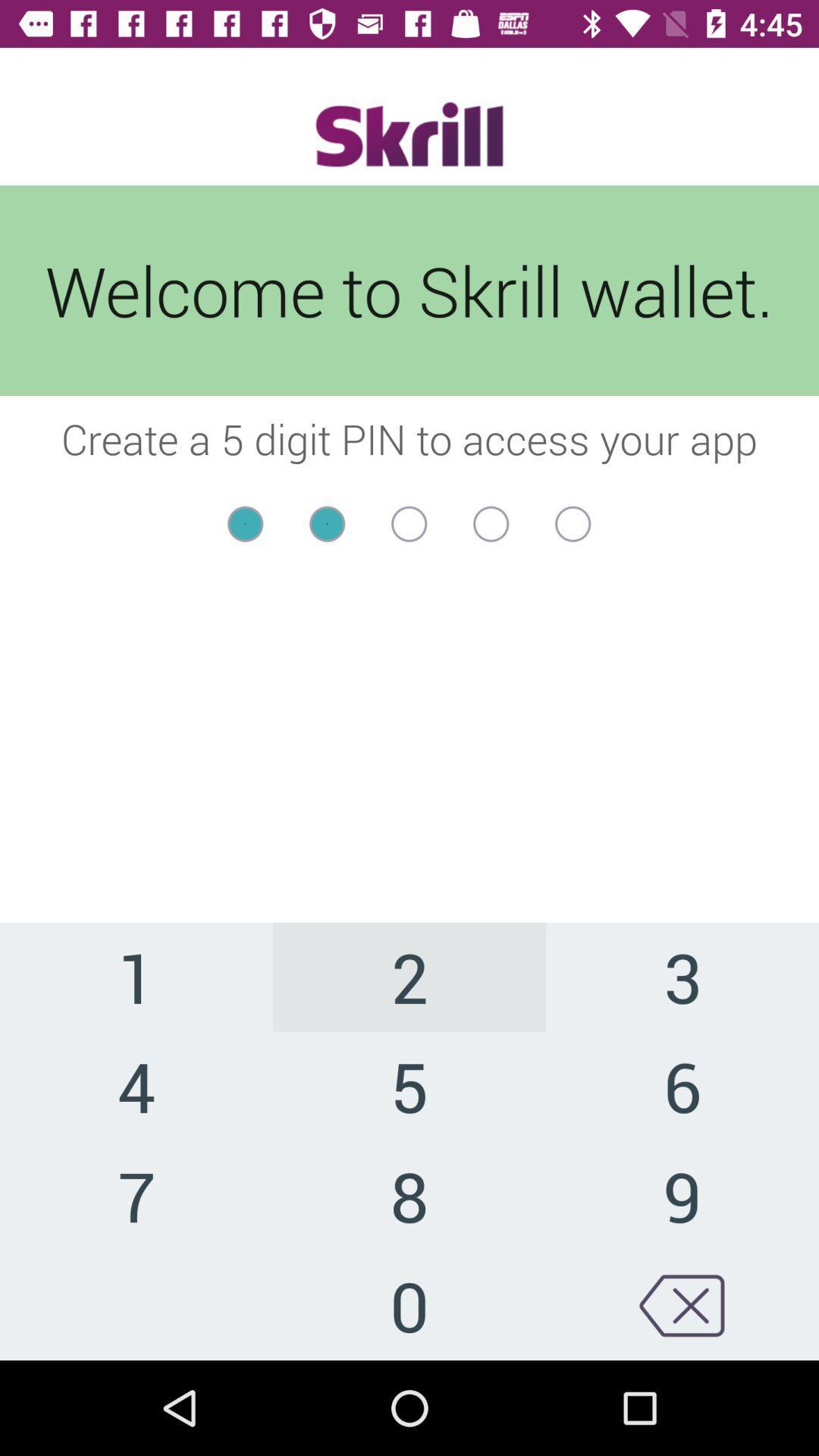 This screenshot has width=819, height=1456. Describe the element at coordinates (409, 1304) in the screenshot. I see `the 0 icon` at that location.